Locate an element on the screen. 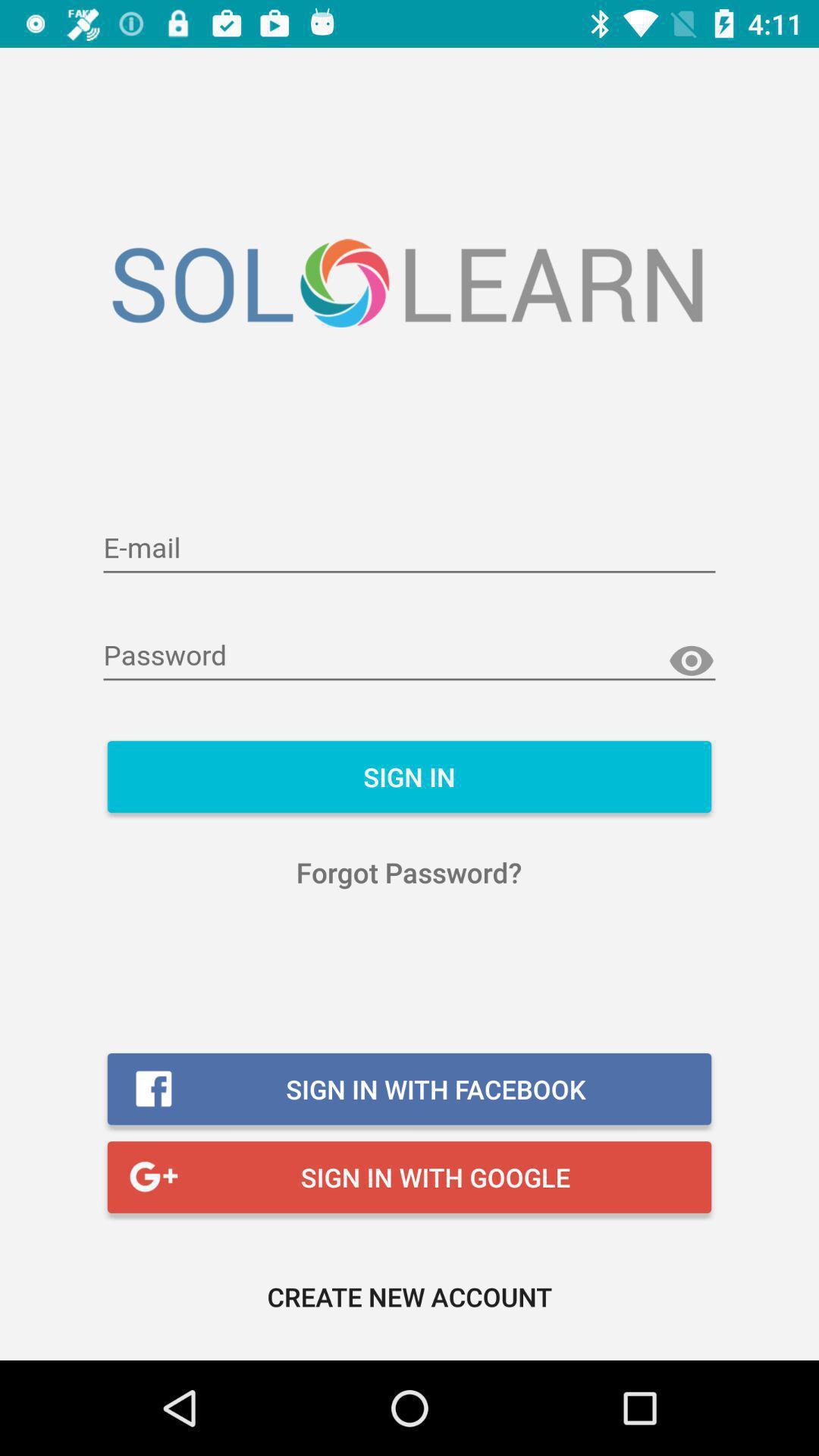  email textbox is located at coordinates (409, 548).